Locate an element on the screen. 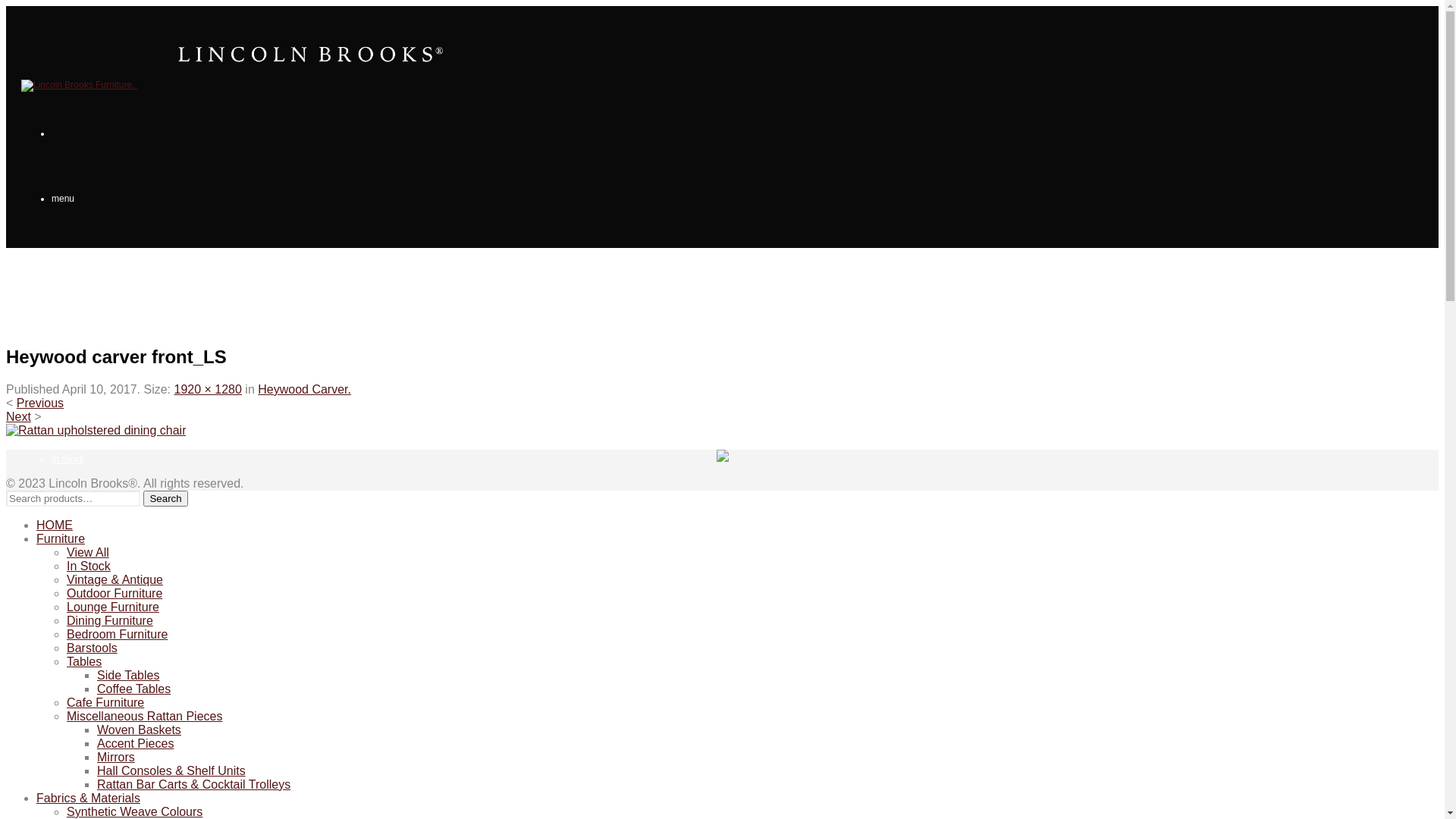 Image resolution: width=1456 pixels, height=819 pixels. 'Barstools' is located at coordinates (65, 648).